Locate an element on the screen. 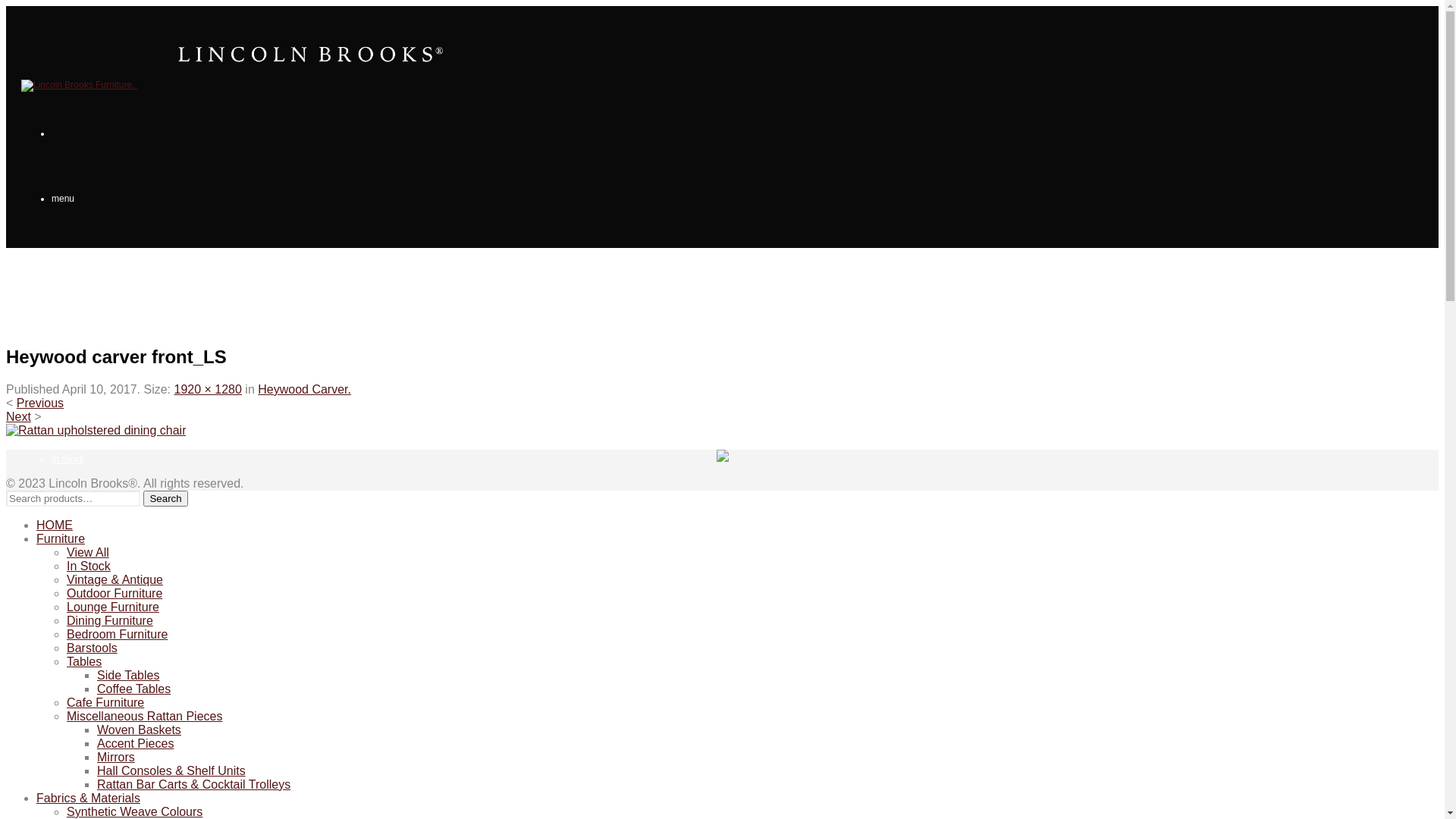 Image resolution: width=1456 pixels, height=819 pixels. 'Barstools' is located at coordinates (65, 648).